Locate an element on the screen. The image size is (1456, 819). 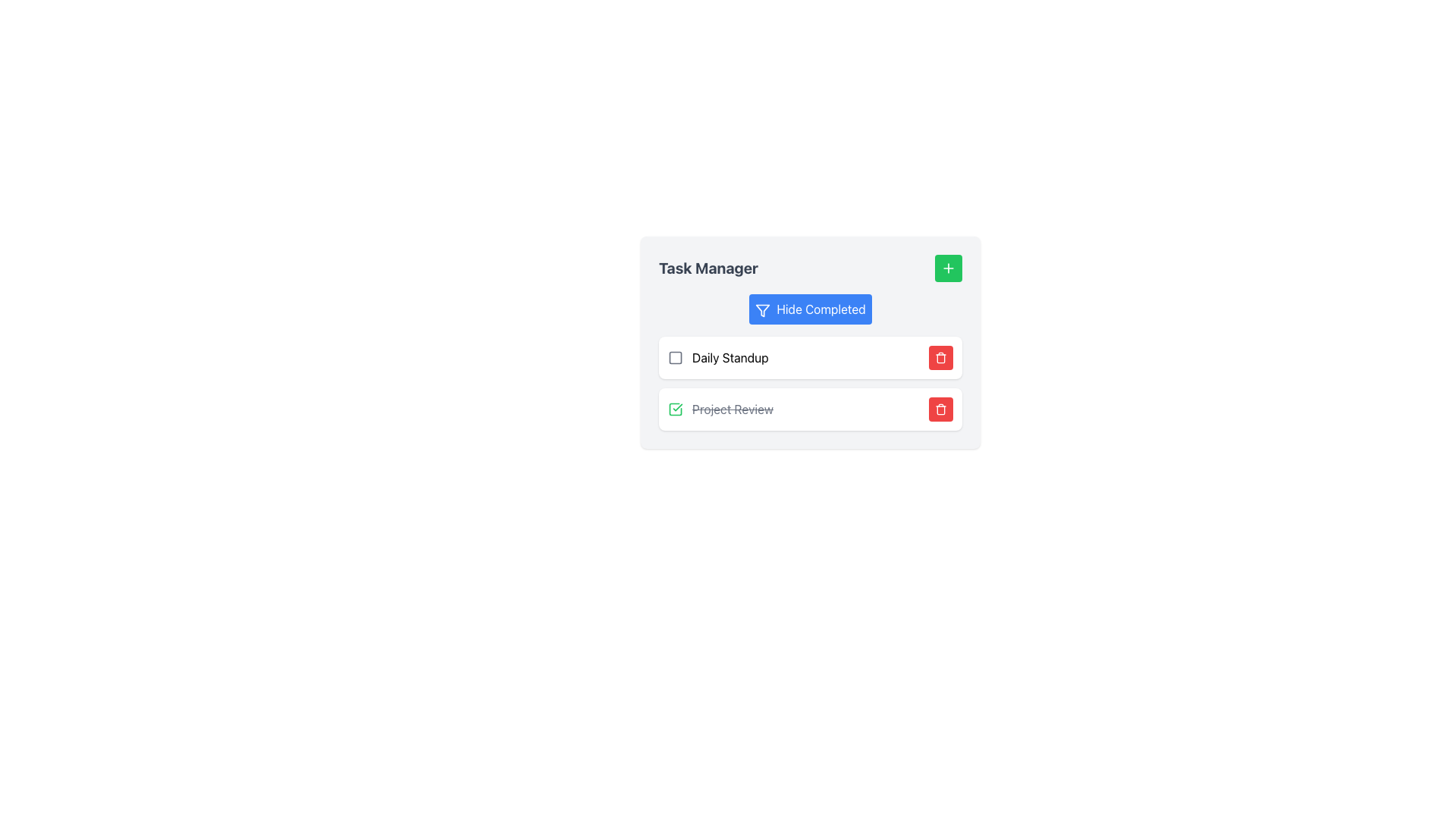
the text label of the first task item in the task manager to focus on it is located at coordinates (717, 357).